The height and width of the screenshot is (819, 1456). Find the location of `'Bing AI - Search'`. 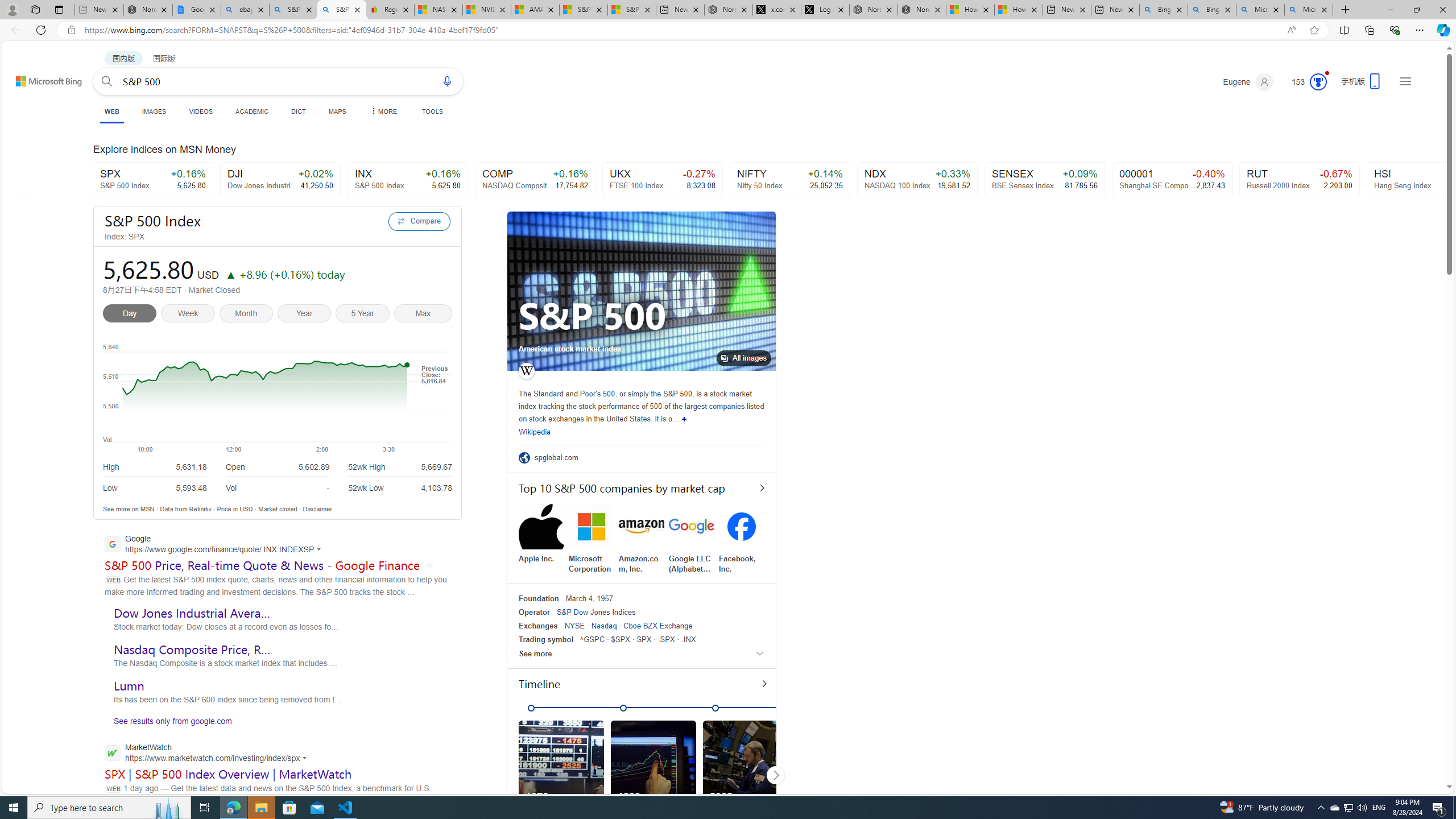

'Bing AI - Search' is located at coordinates (1210, 9).